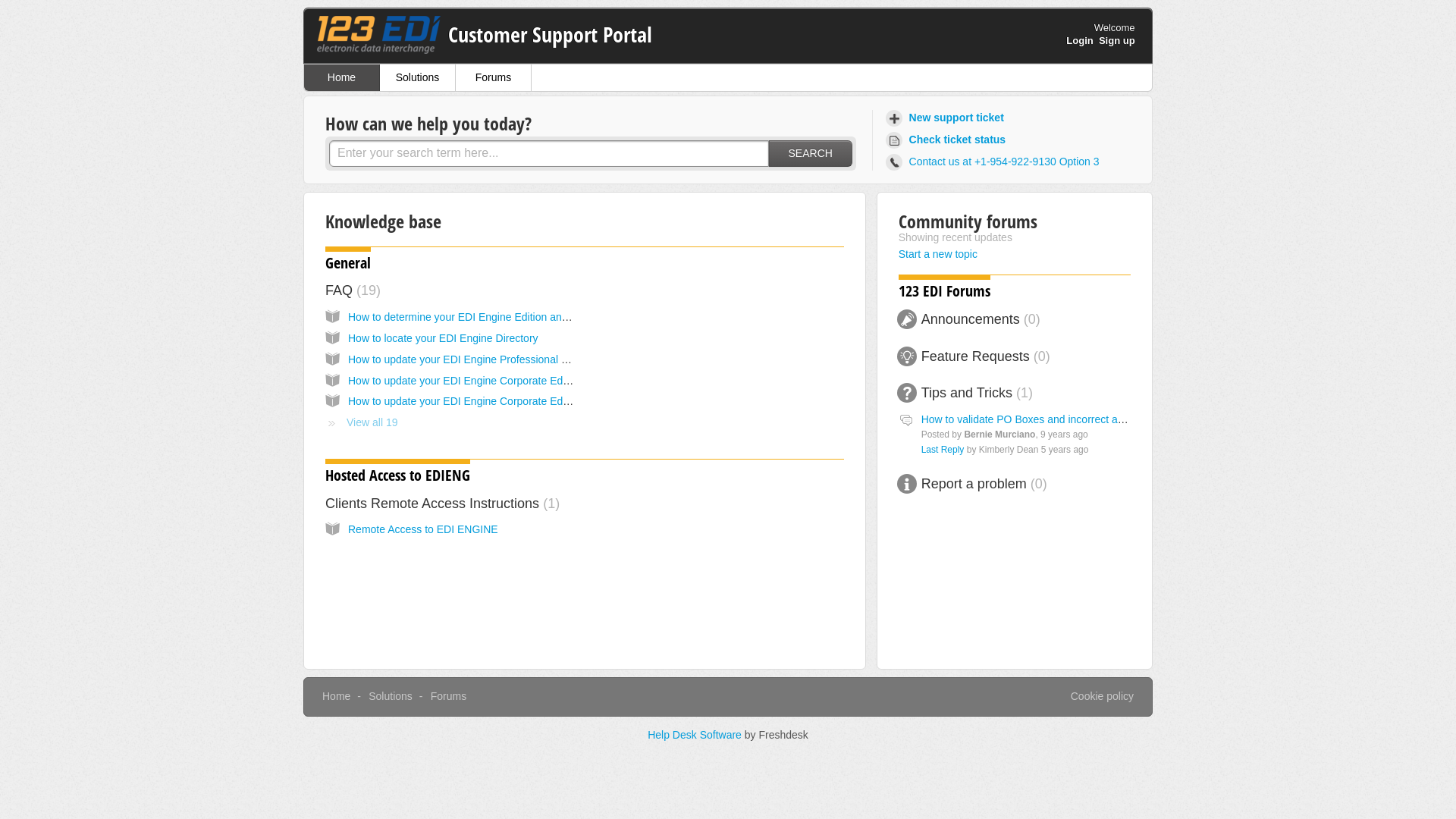  I want to click on 'Clients Remote Access Instructions 1', so click(441, 503).